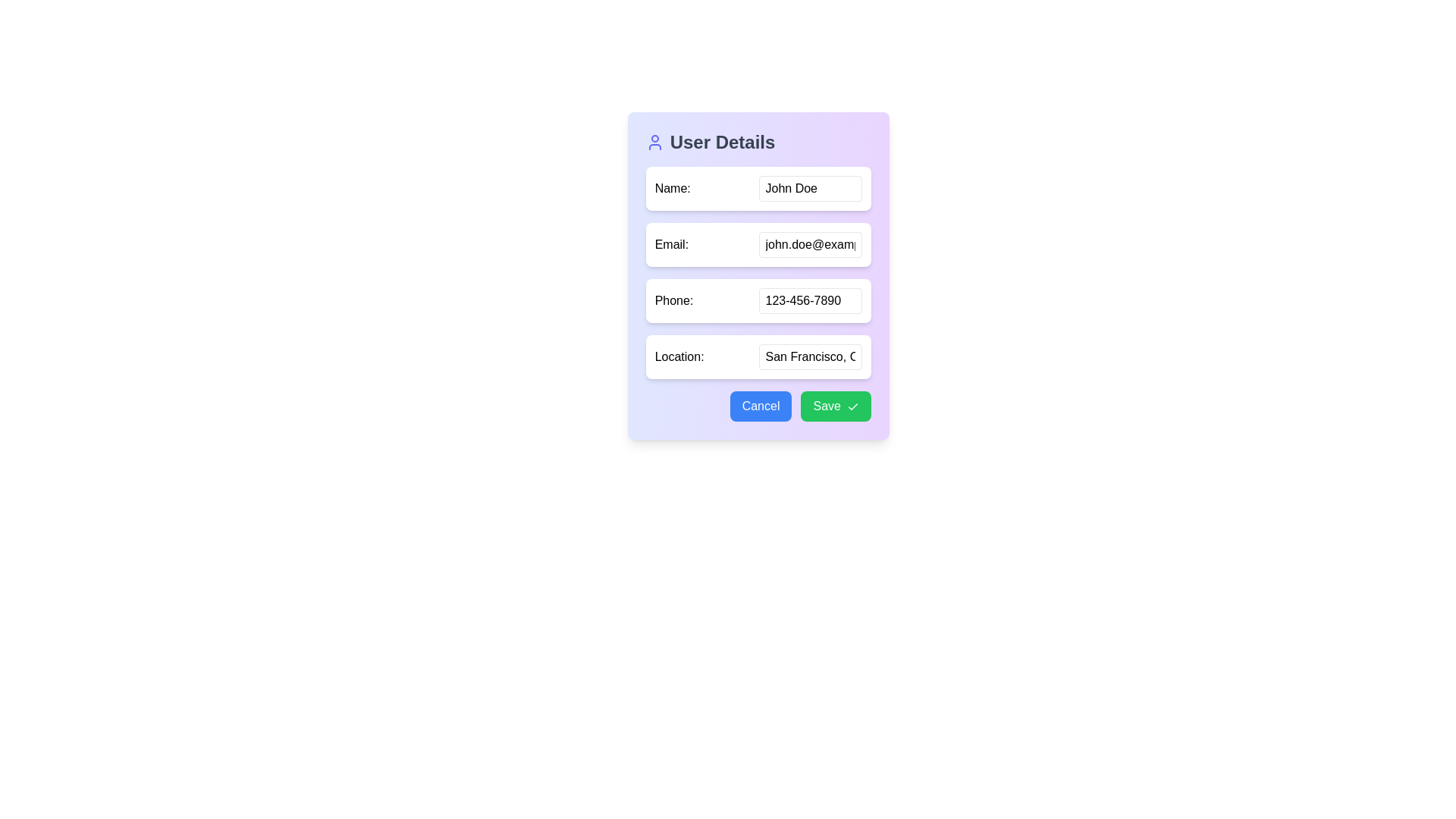 This screenshot has width=1456, height=819. I want to click on the save button located to the right of the blue 'Cancel' button at the bottom of the user details form, so click(835, 406).